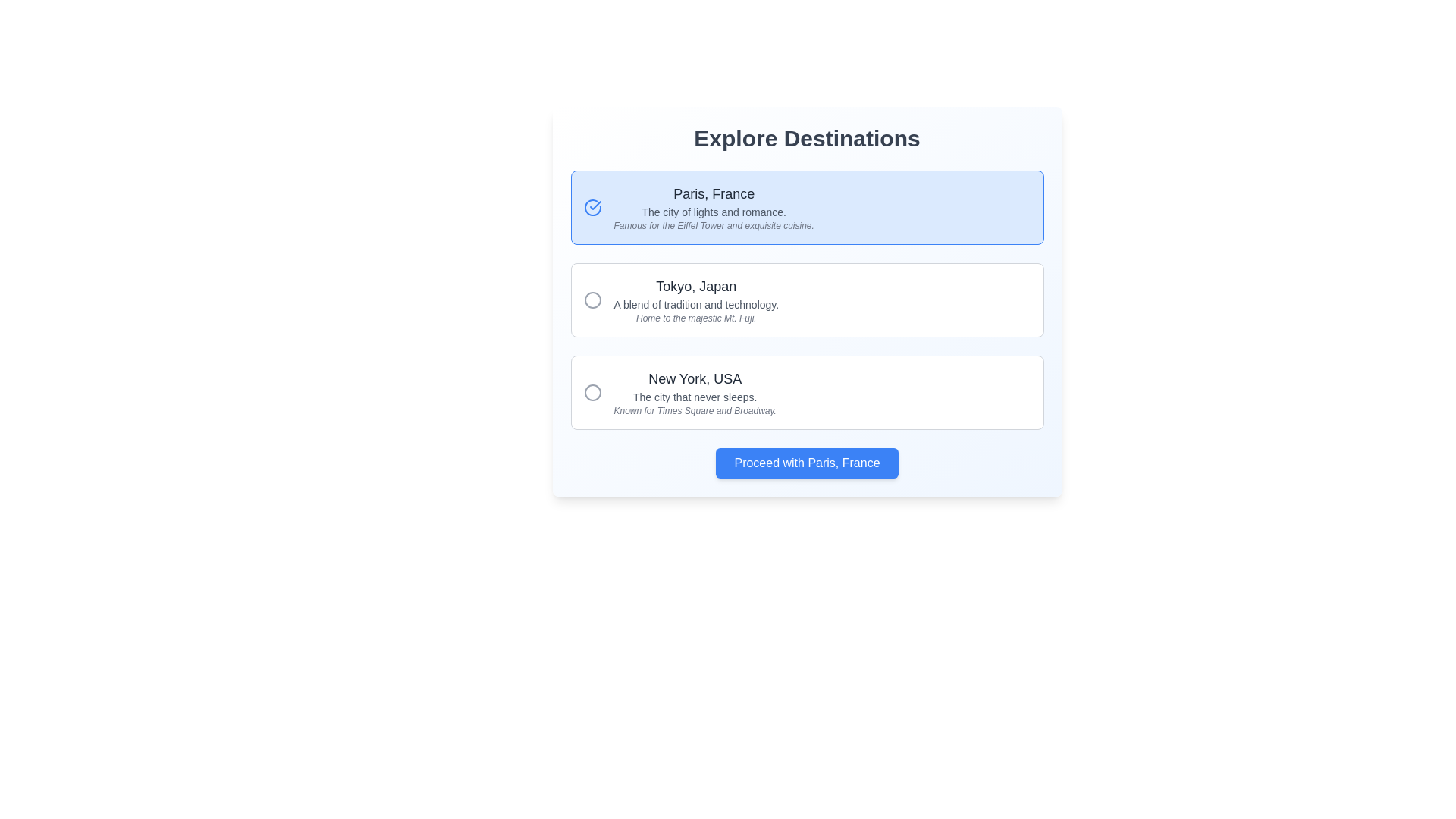 The height and width of the screenshot is (819, 1456). Describe the element at coordinates (694, 378) in the screenshot. I see `the title label of the third destination card that identifies 'New York, USA' within the vertical list of selectable destination cards` at that location.